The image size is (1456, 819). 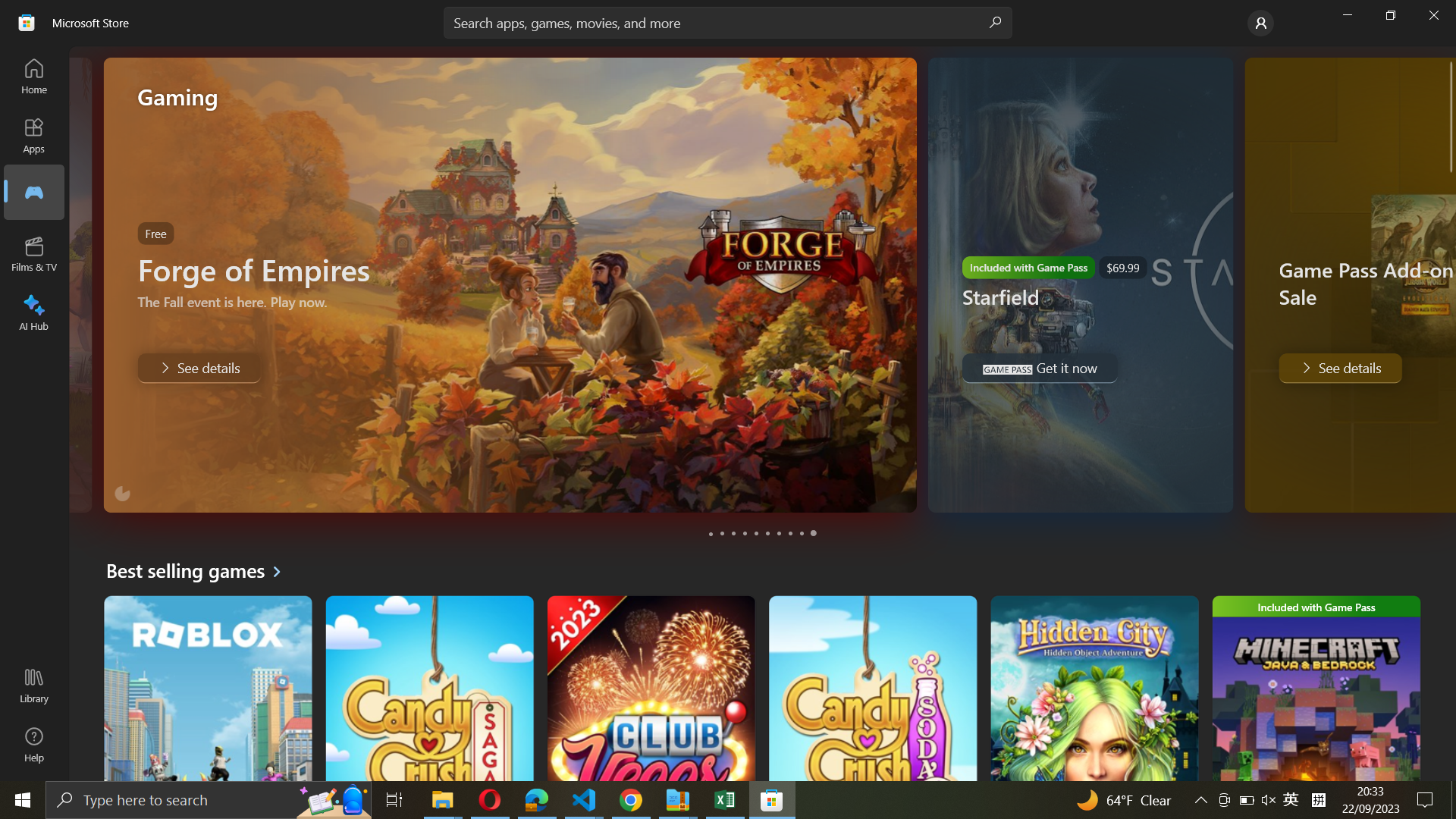 I want to click on Go to AI Hub, so click(x=35, y=309).